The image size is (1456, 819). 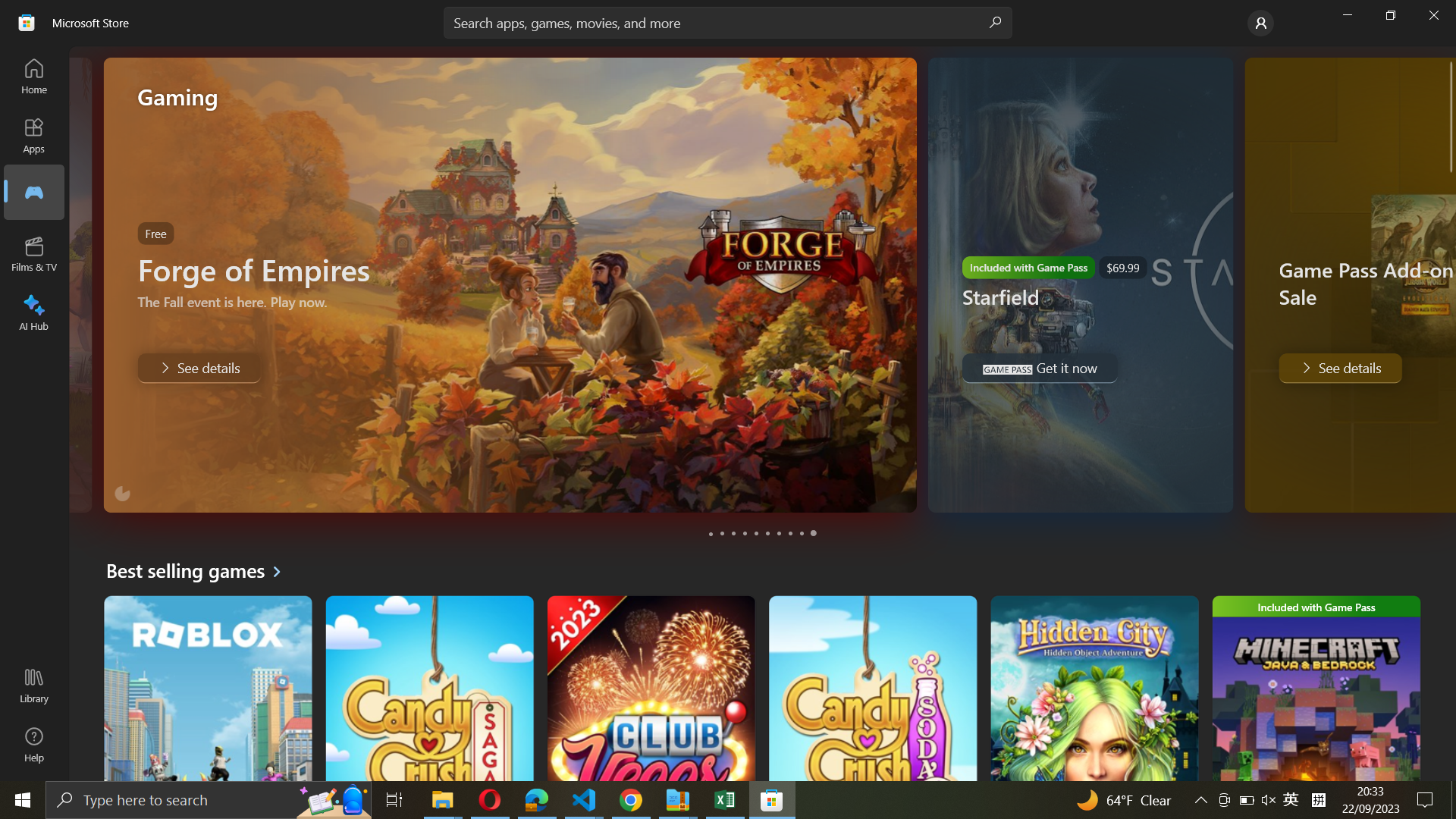 I want to click on Go to AI Hub, so click(x=35, y=309).